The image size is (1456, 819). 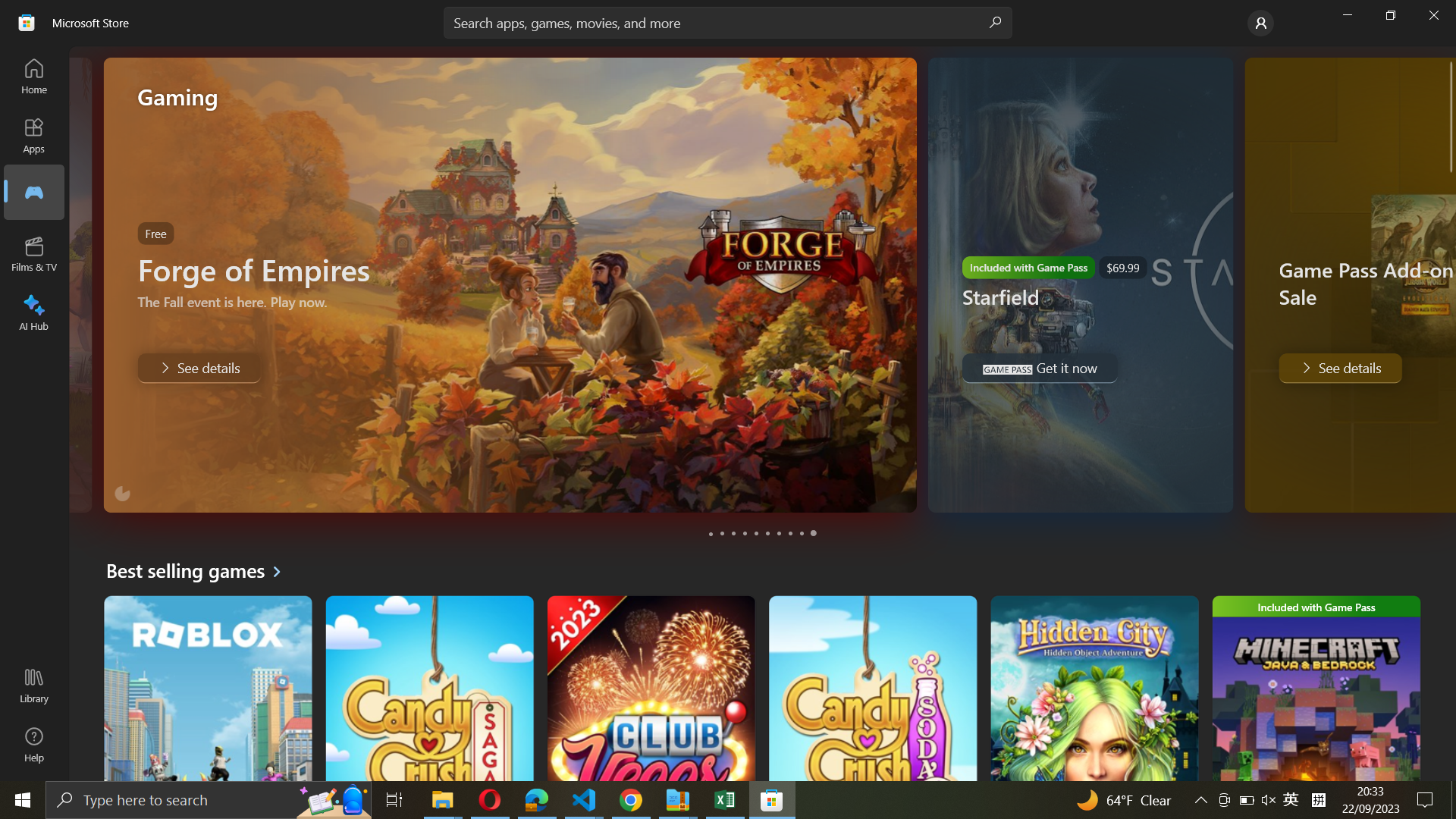 I want to click on Go to AI Hub, so click(x=35, y=309).